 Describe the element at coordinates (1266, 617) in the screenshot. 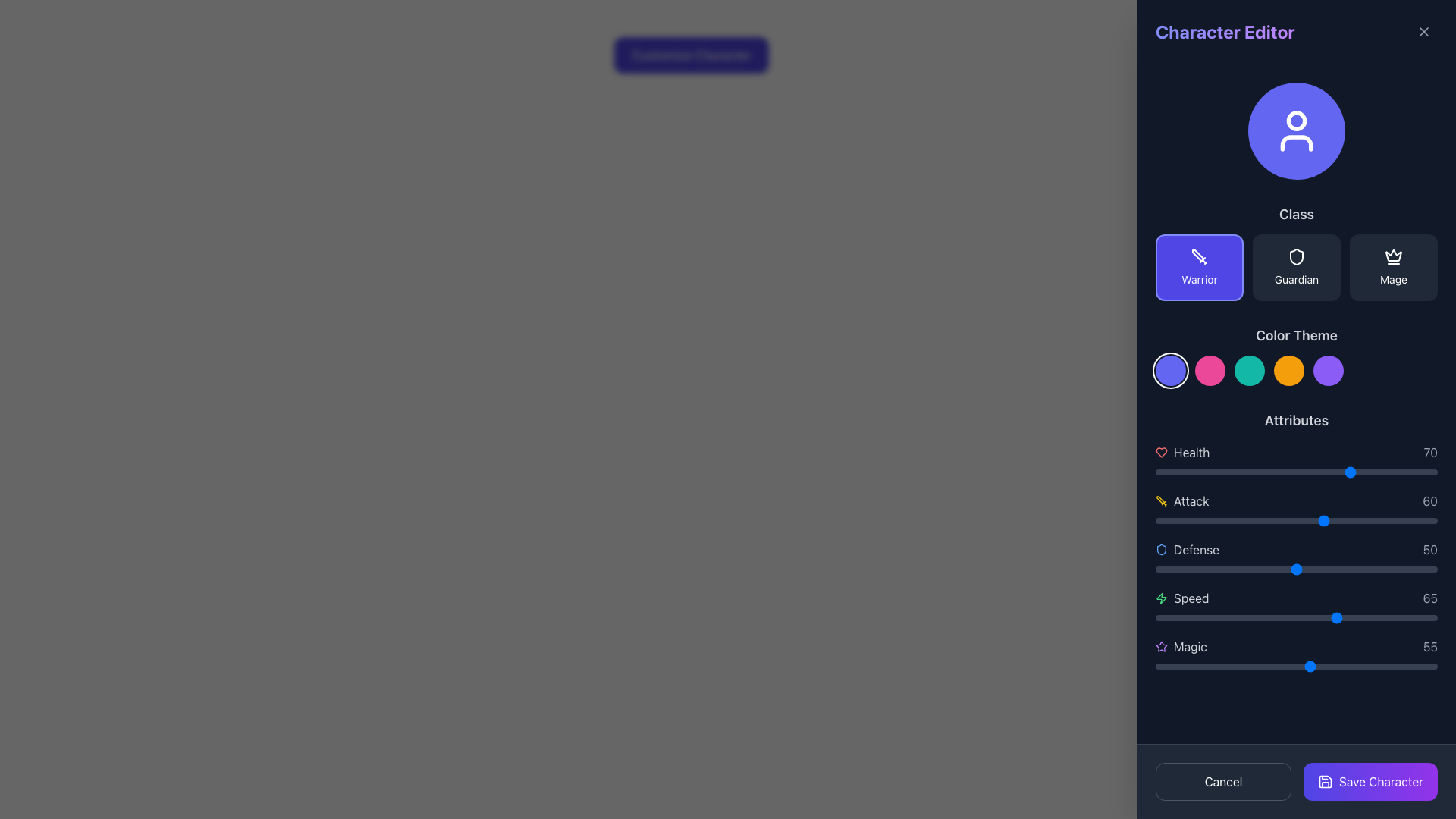

I see `the speed attribute` at that location.